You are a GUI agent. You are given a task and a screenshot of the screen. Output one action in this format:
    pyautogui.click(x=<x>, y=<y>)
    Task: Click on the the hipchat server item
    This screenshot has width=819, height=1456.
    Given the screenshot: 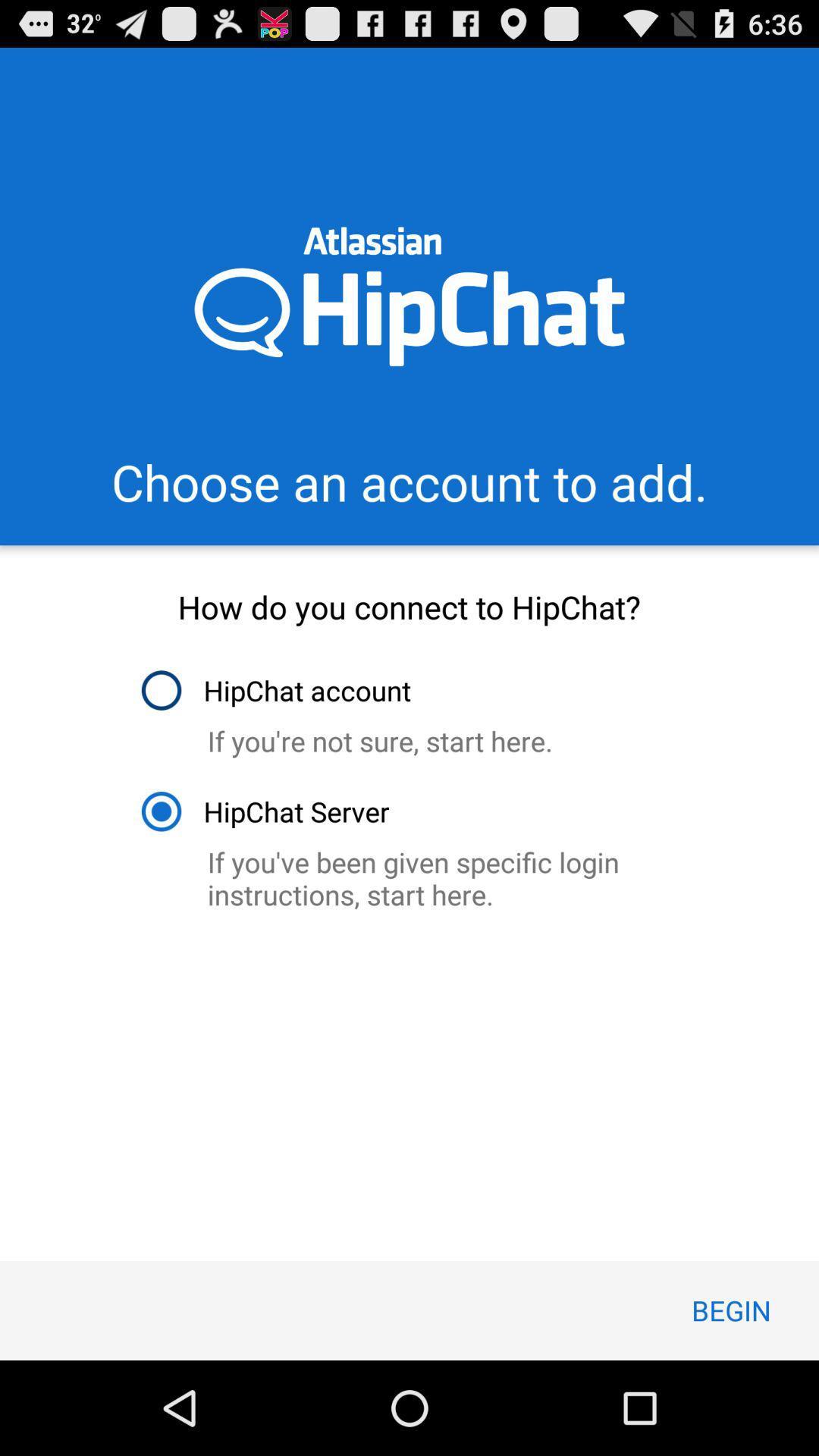 What is the action you would take?
    pyautogui.click(x=264, y=811)
    